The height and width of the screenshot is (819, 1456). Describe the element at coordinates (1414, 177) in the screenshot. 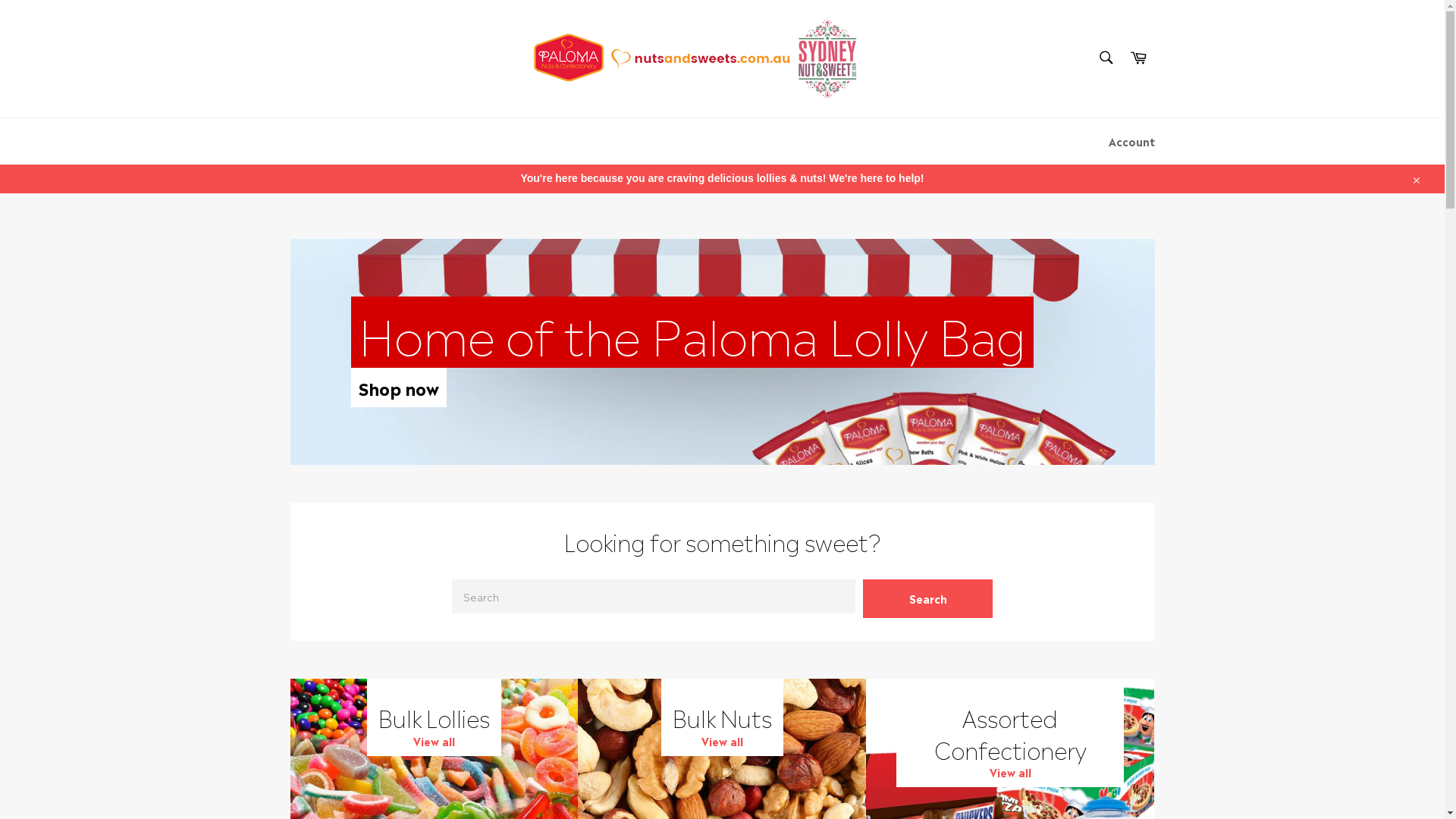

I see `'Close'` at that location.